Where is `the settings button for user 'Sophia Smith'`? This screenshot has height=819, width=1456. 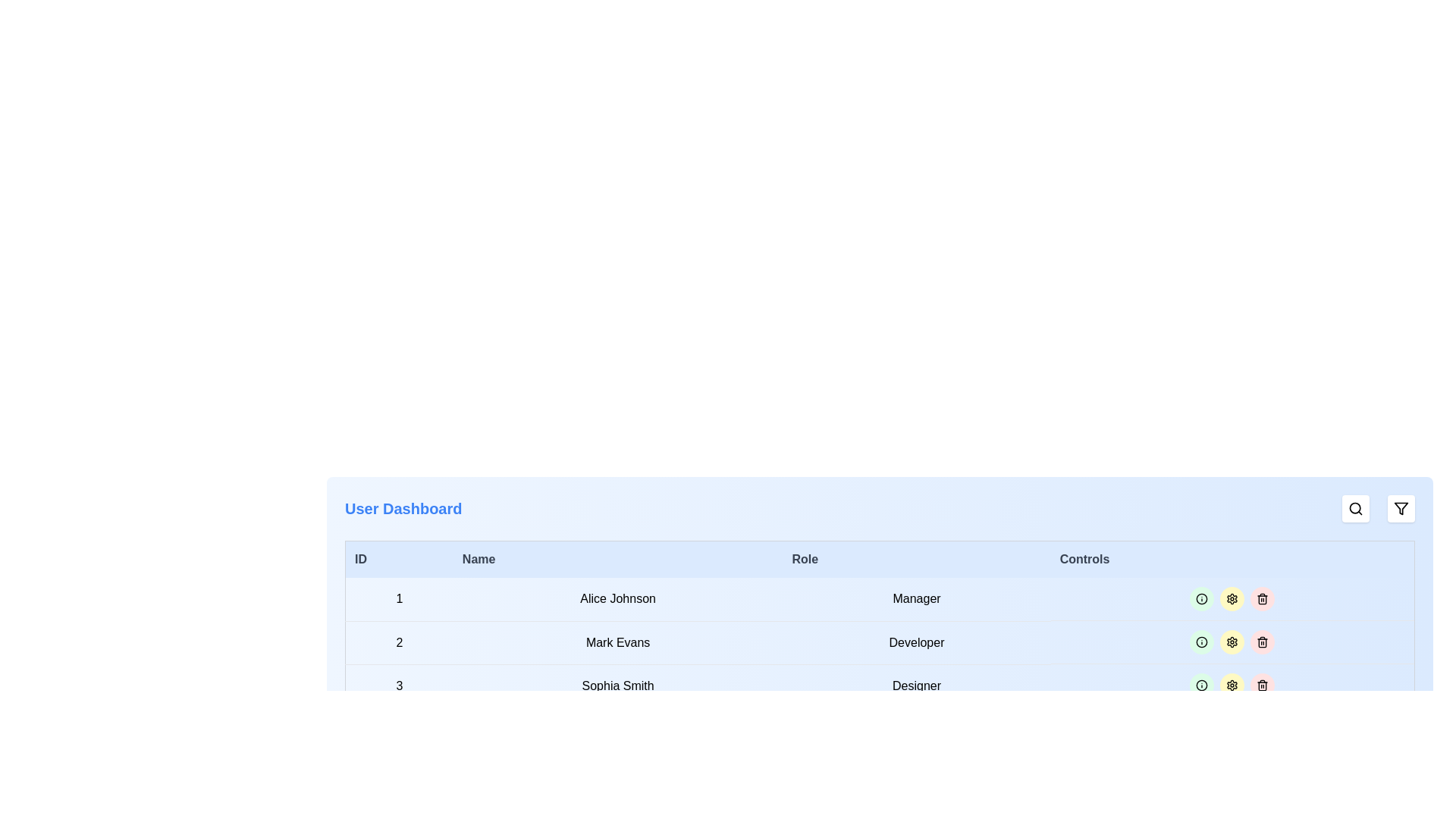
the settings button for user 'Sophia Smith' is located at coordinates (1232, 598).